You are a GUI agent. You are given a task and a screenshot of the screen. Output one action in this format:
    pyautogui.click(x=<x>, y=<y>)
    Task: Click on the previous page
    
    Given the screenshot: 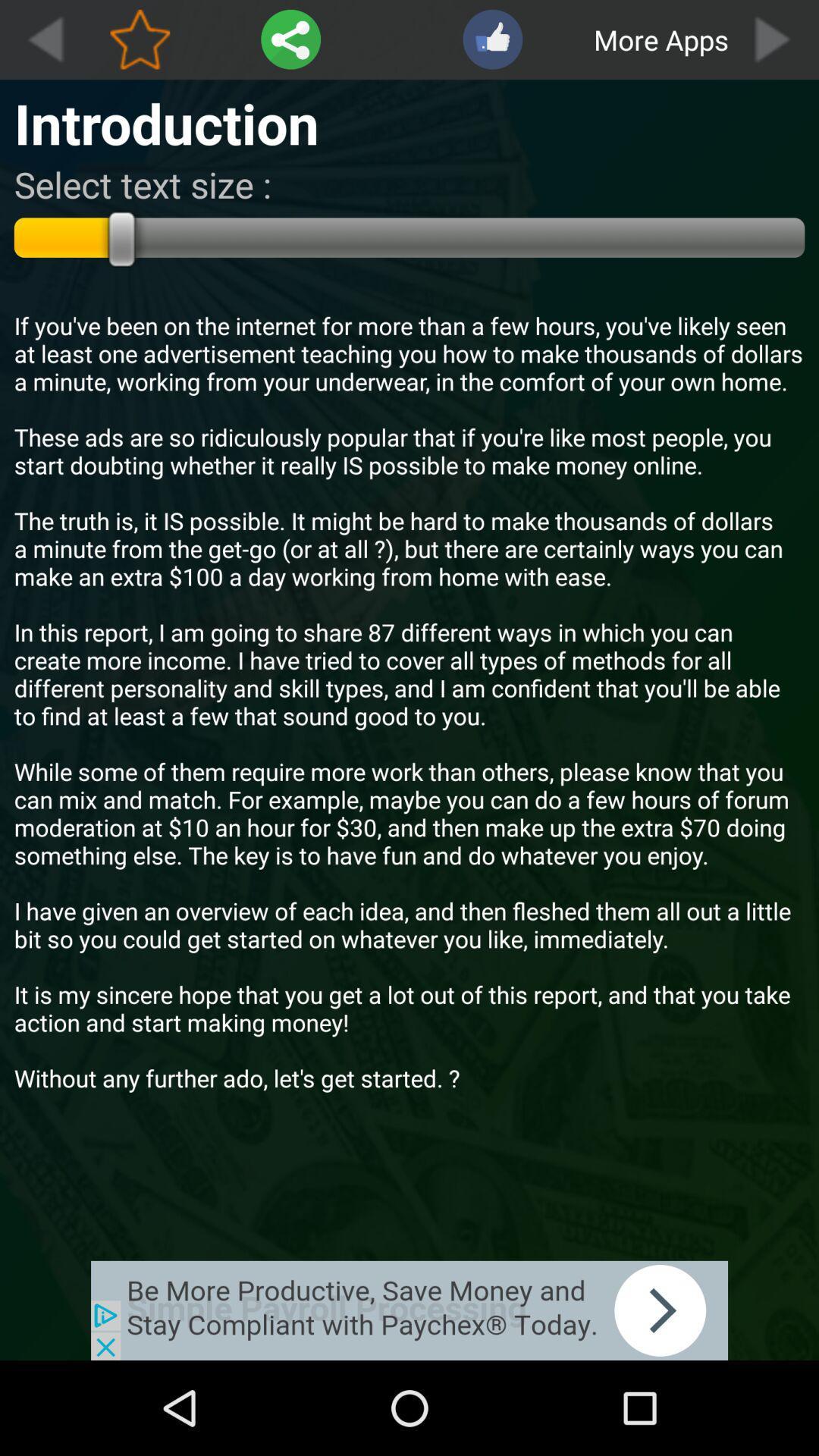 What is the action you would take?
    pyautogui.click(x=44, y=39)
    